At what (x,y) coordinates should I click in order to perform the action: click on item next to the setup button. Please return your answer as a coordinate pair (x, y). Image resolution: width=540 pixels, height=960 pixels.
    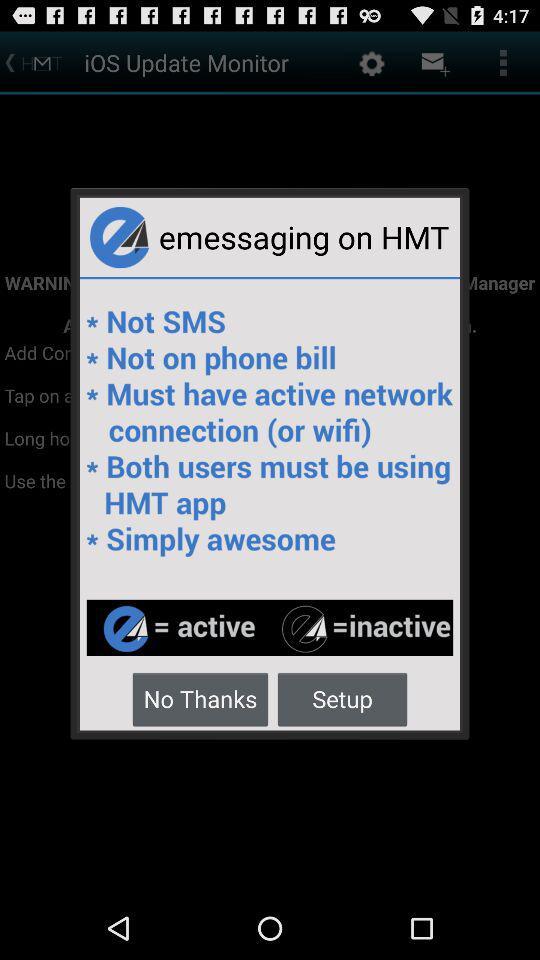
    Looking at the image, I should click on (200, 698).